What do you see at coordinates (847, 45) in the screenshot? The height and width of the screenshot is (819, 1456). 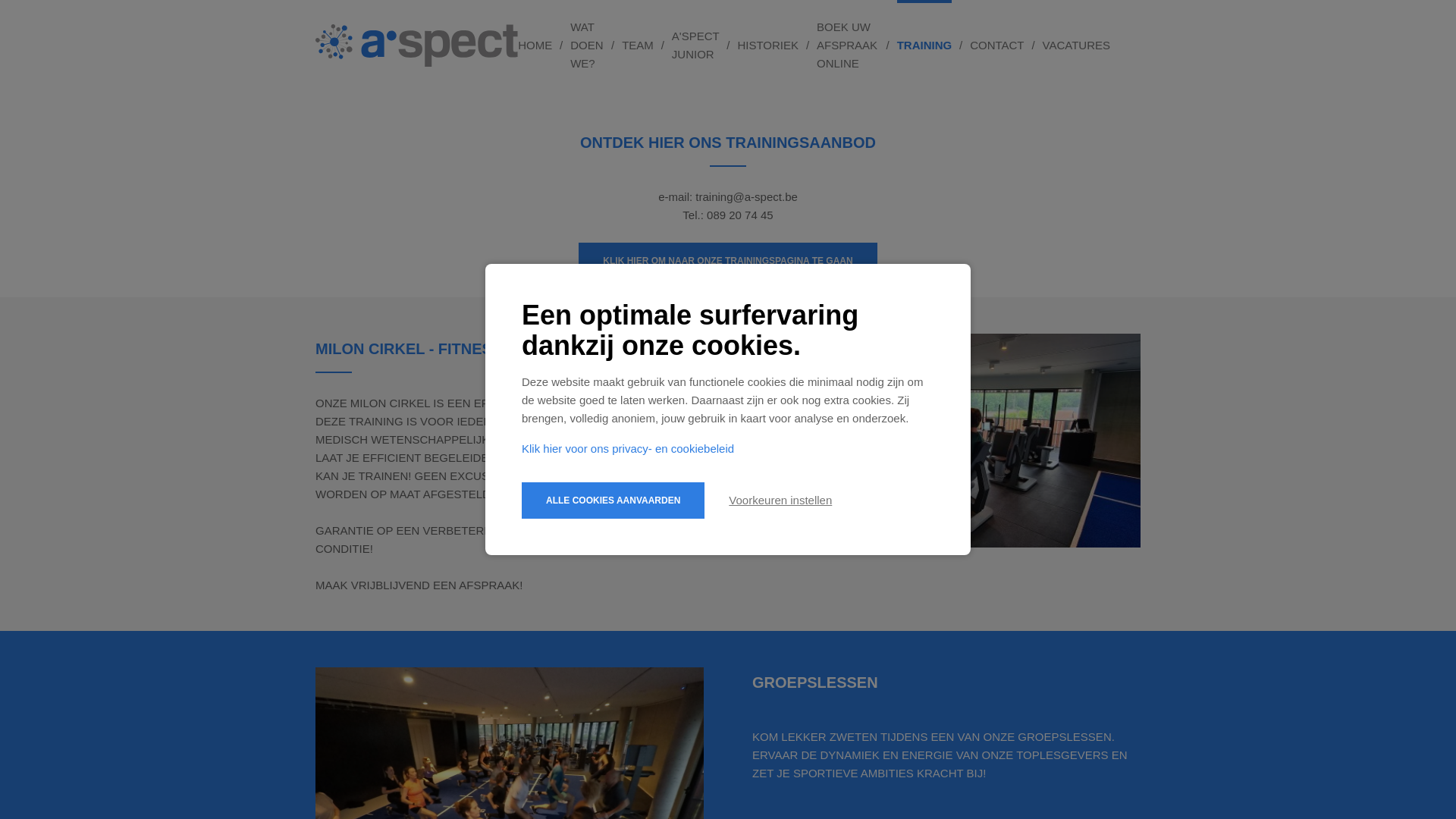 I see `'BOEK UW AFSPRAAK ONLINE'` at bounding box center [847, 45].